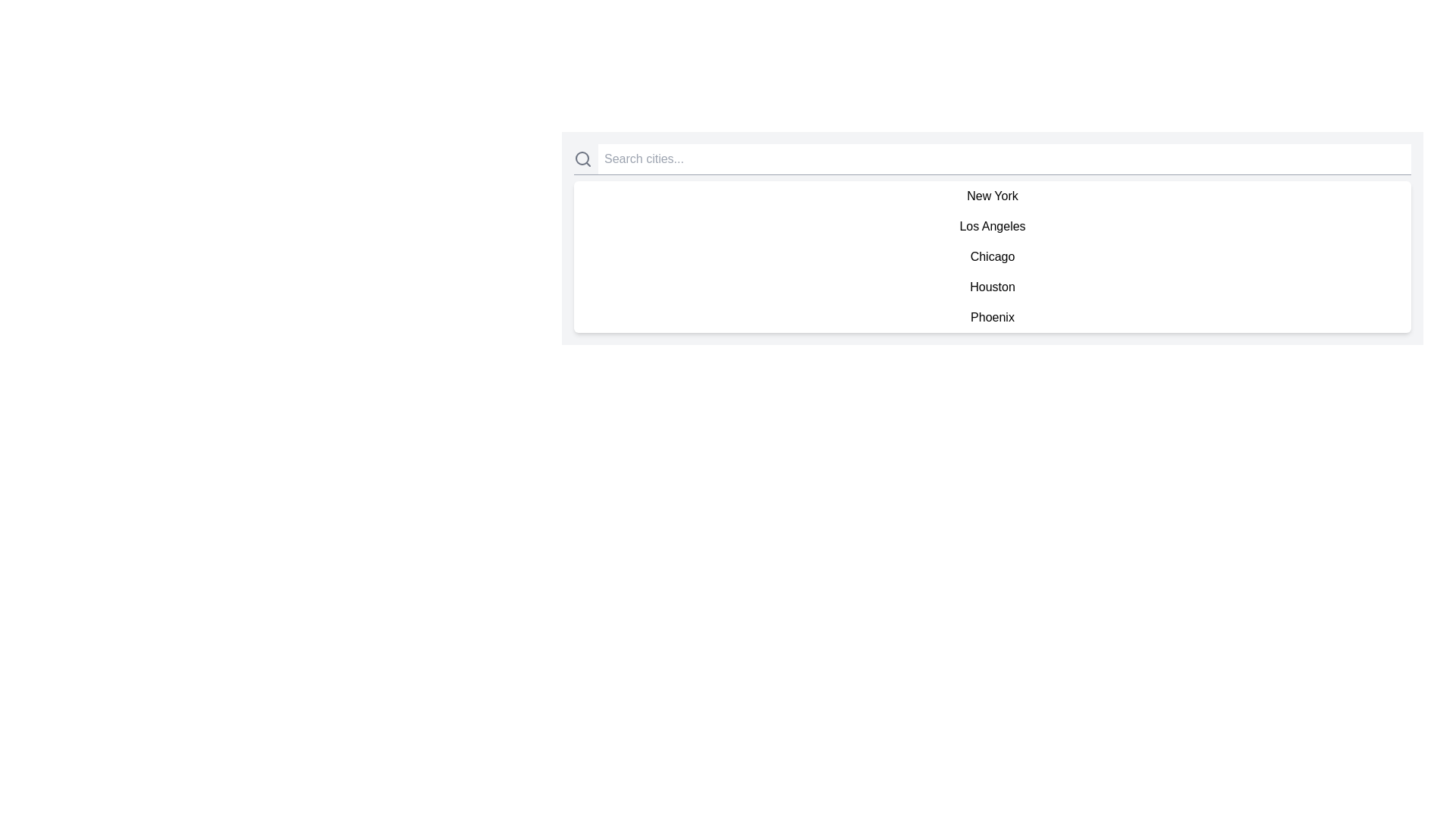  I want to click on the list item labeled 'Houston', which is the fourth entry in the vertical list of city names, so click(993, 287).